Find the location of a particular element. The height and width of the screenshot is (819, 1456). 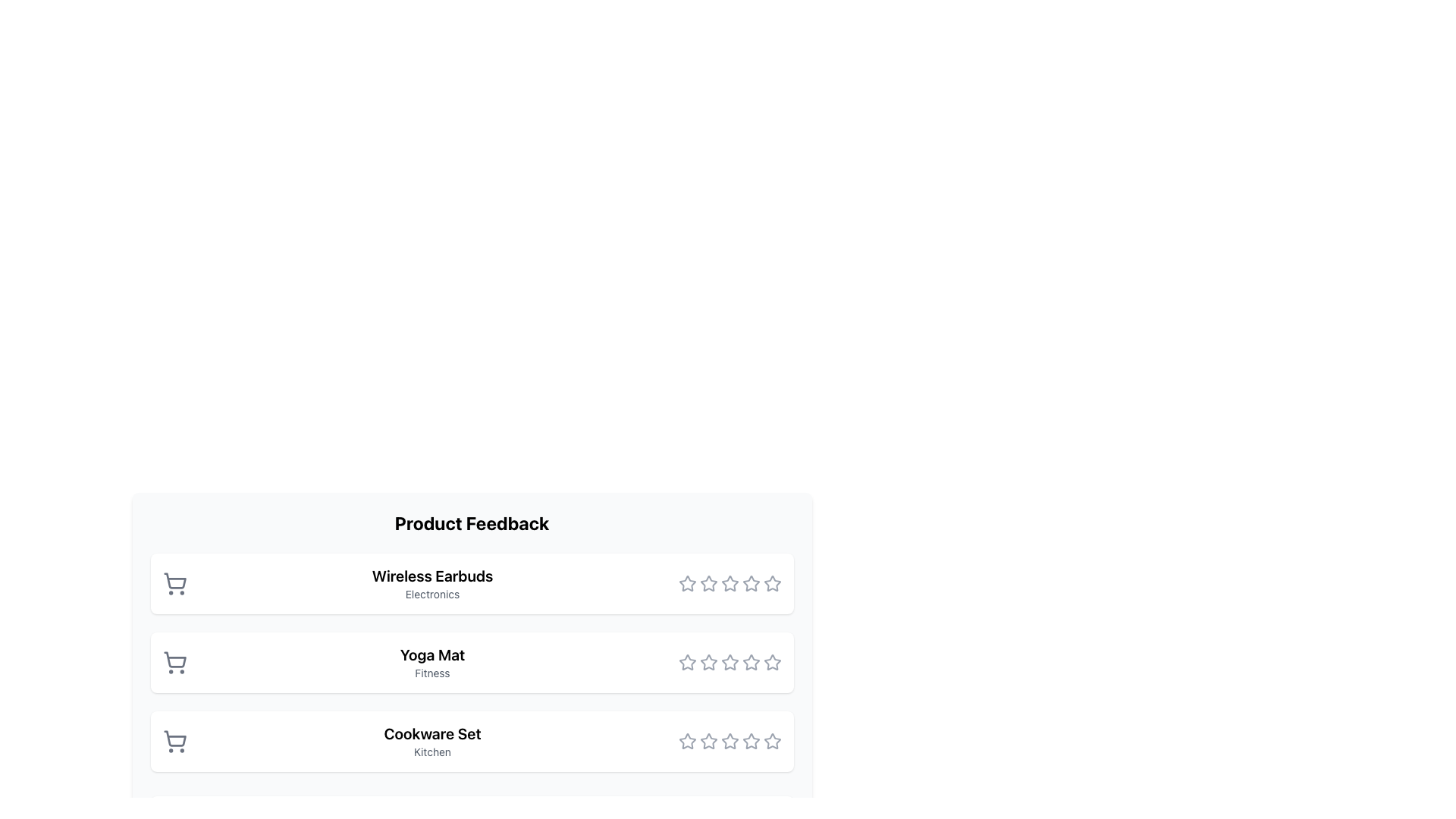

the first star-shaped rating icon in the rating section below the 'Yoga Mat' label to trigger a tooltip or preview effect is located at coordinates (686, 661).